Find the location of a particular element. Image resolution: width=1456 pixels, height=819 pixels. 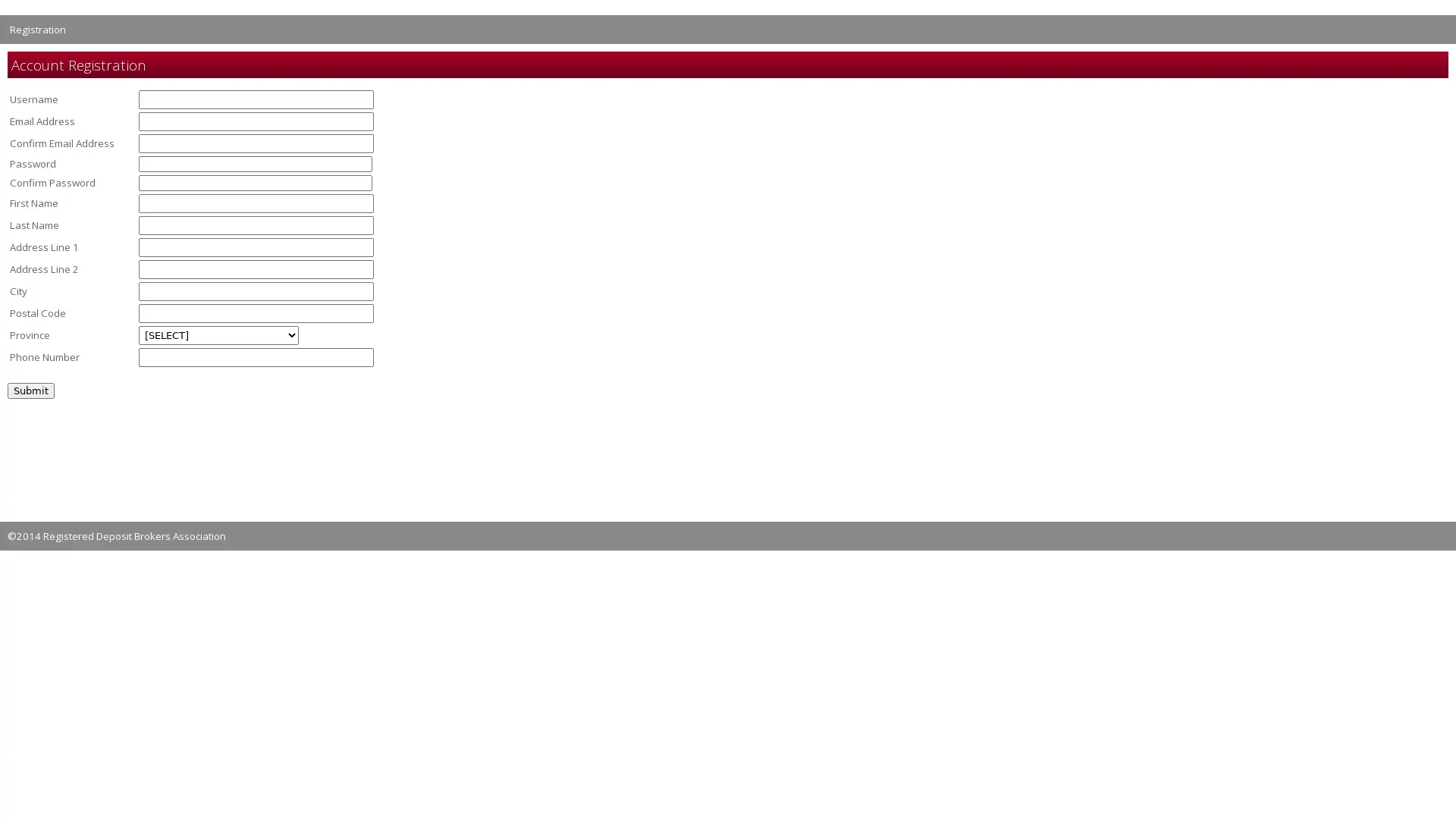

Submit is located at coordinates (31, 389).